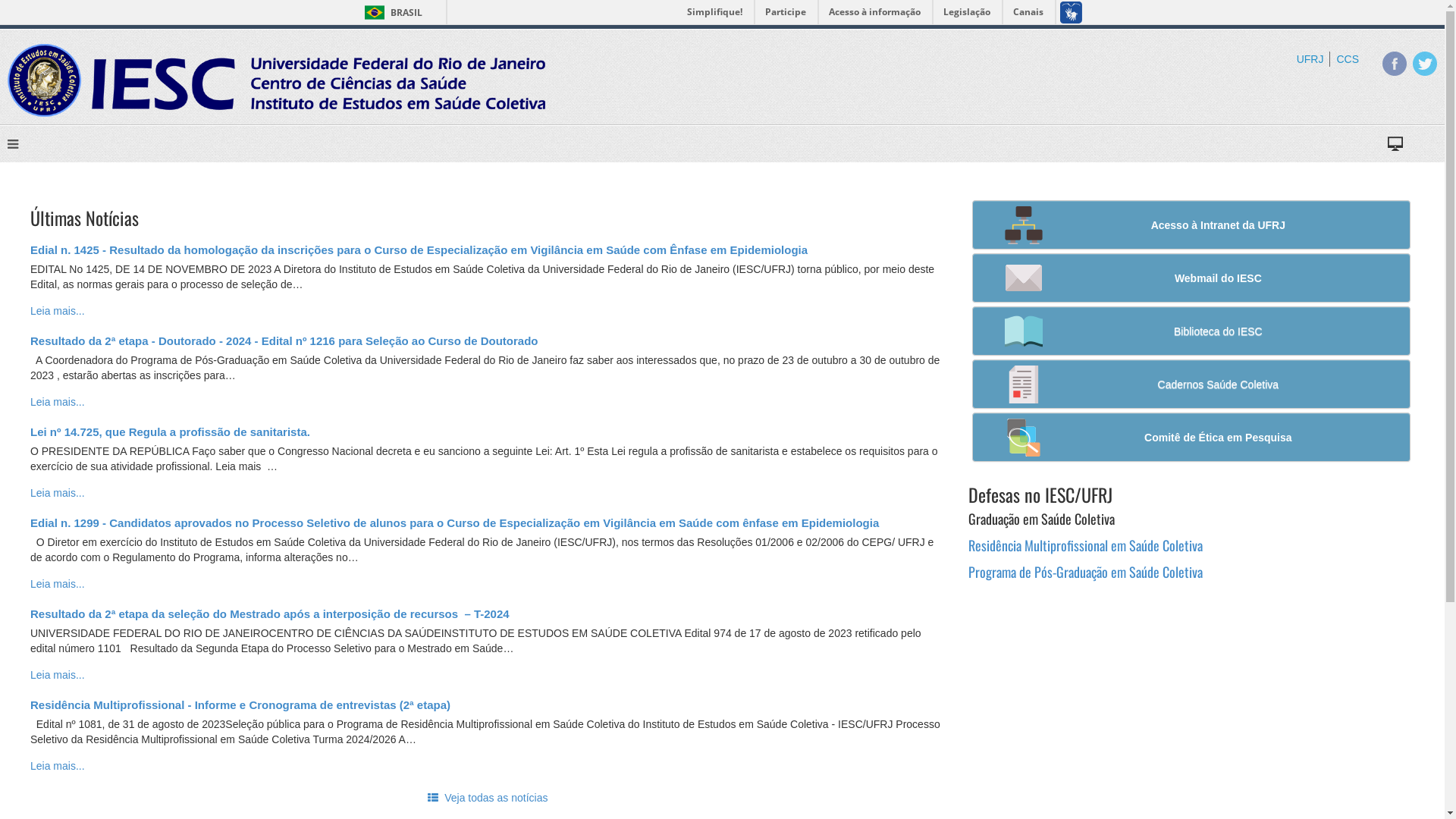 The image size is (1456, 819). Describe the element at coordinates (58, 674) in the screenshot. I see `'Leia mais...'` at that location.